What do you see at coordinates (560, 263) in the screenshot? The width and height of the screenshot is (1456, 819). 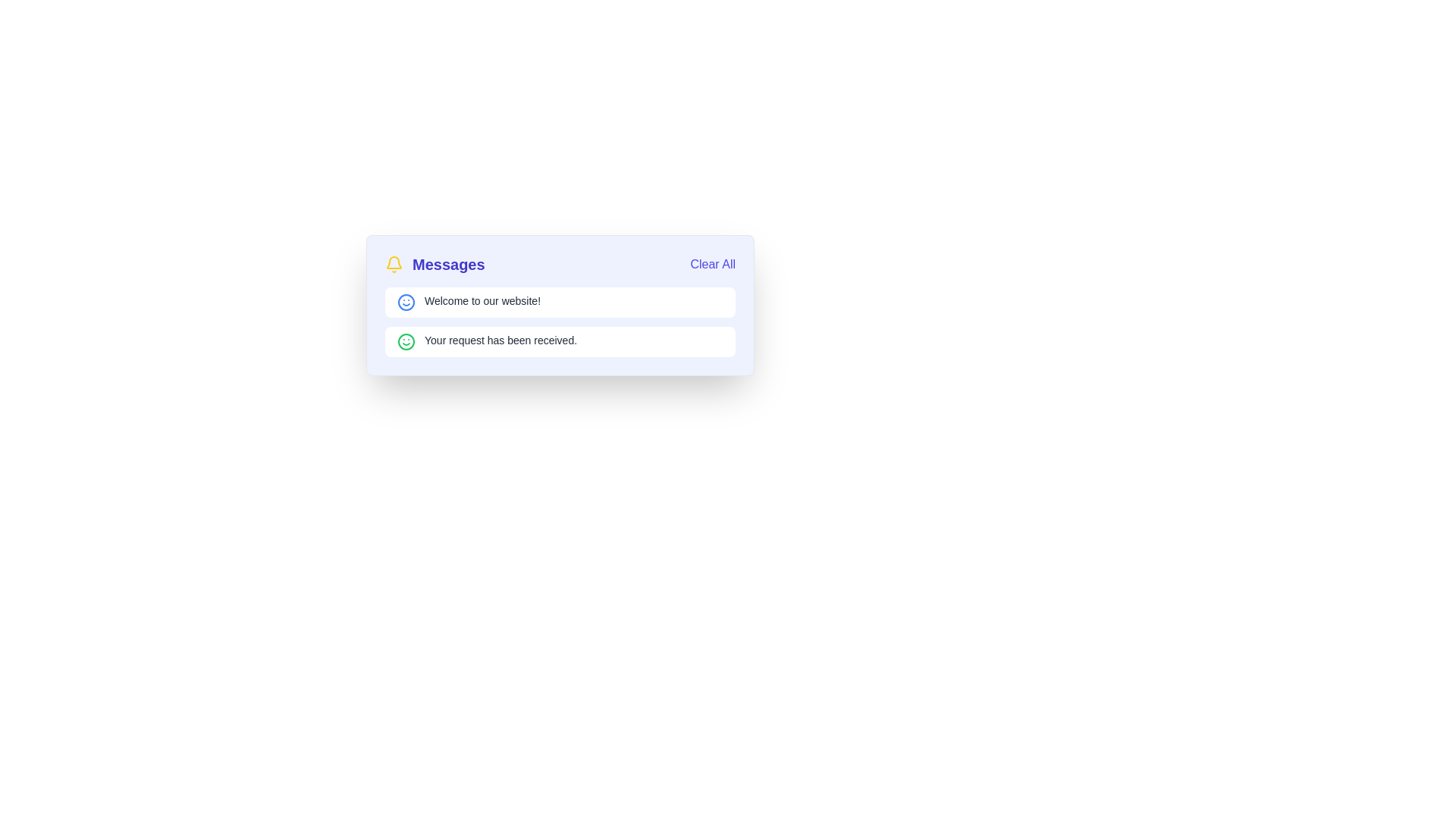 I see `Header element that serves as a title for the messages section, providing an option to clear all messages, to understand its functionality` at bounding box center [560, 263].